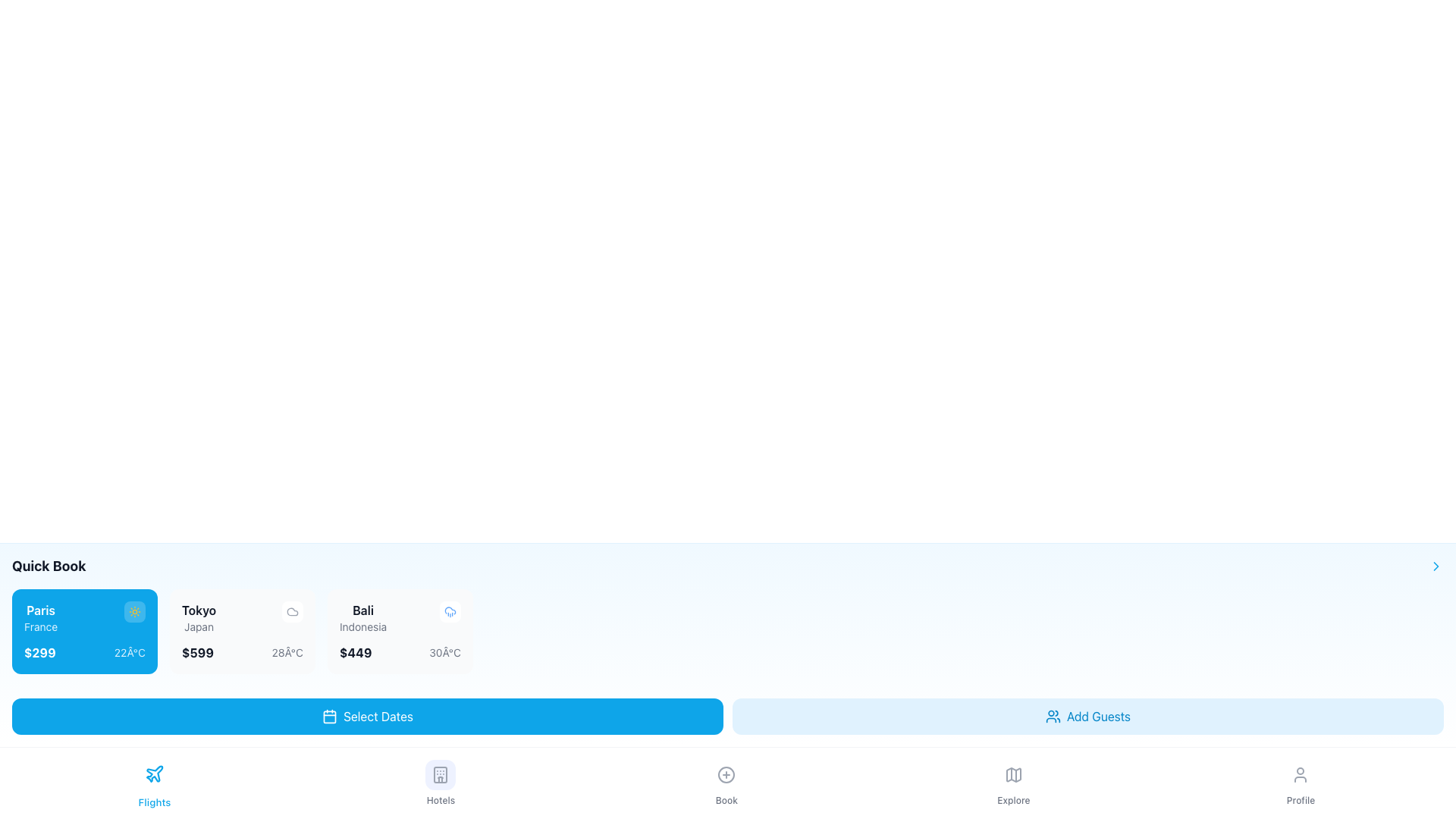  Describe the element at coordinates (1300, 775) in the screenshot. I see `the Profile Icon button located in the bottom-right corner of the interface, which serves as a link` at that location.